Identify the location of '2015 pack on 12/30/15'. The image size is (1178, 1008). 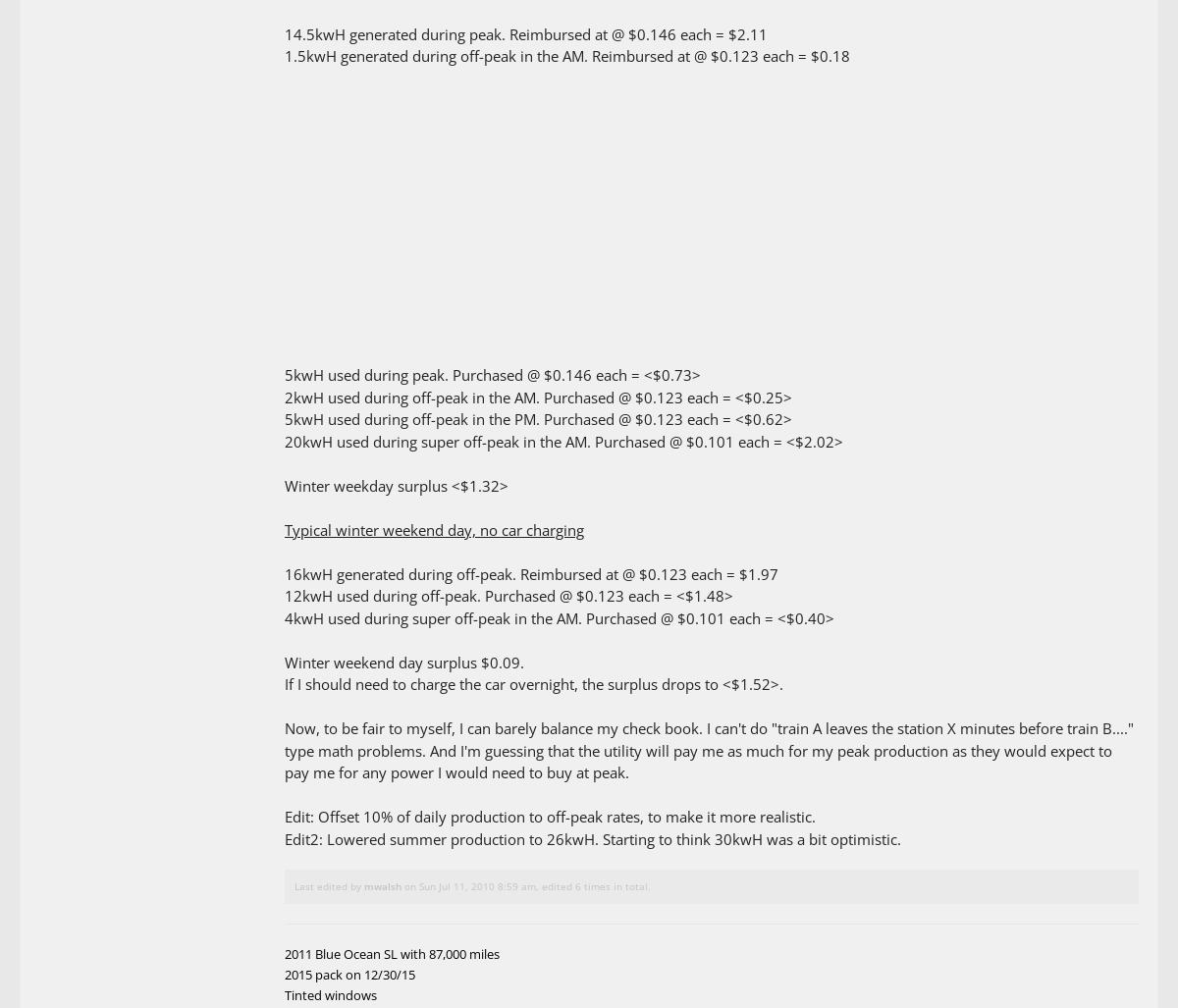
(349, 974).